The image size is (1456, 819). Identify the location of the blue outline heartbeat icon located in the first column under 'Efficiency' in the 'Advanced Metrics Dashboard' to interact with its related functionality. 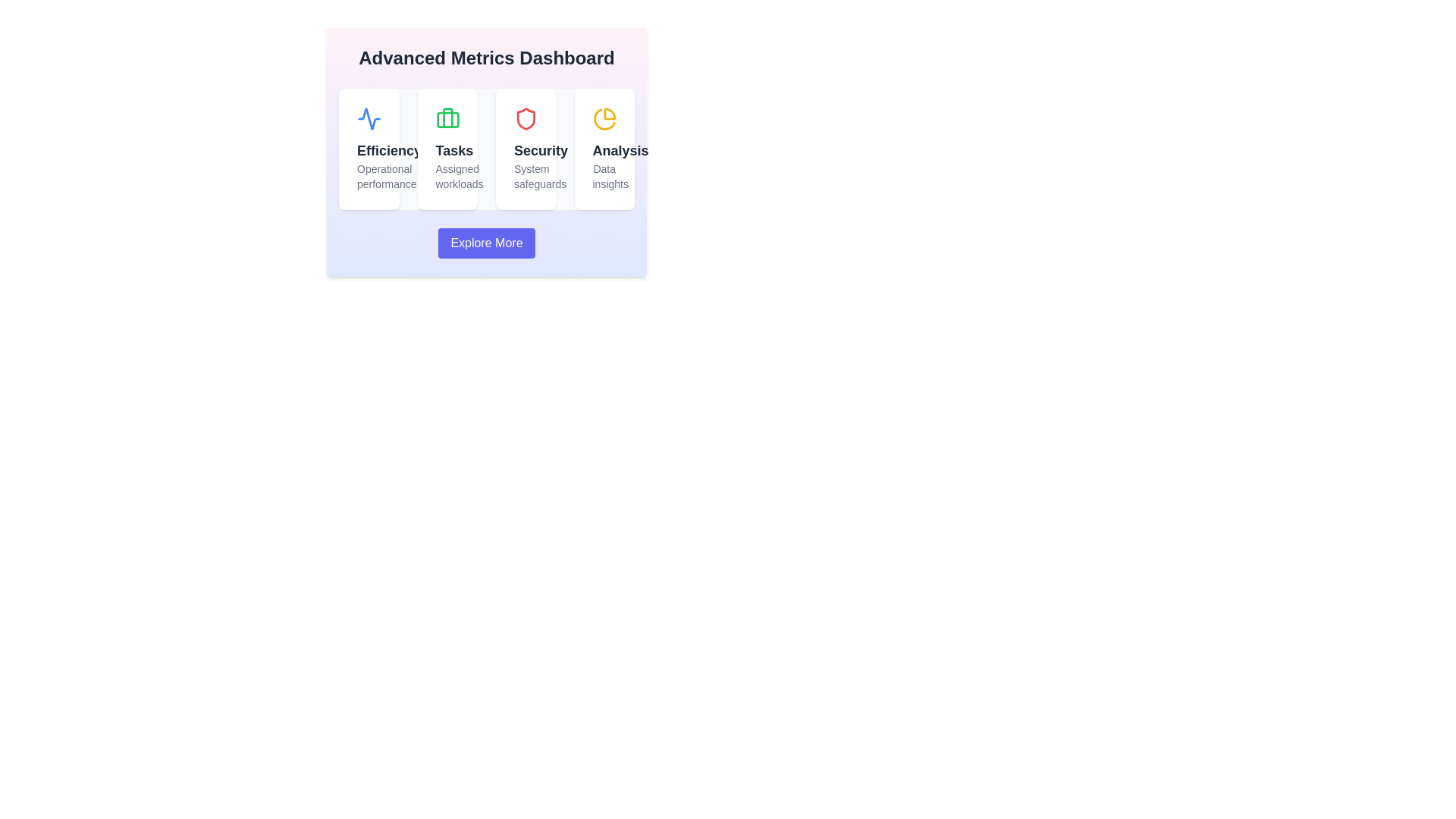
(369, 118).